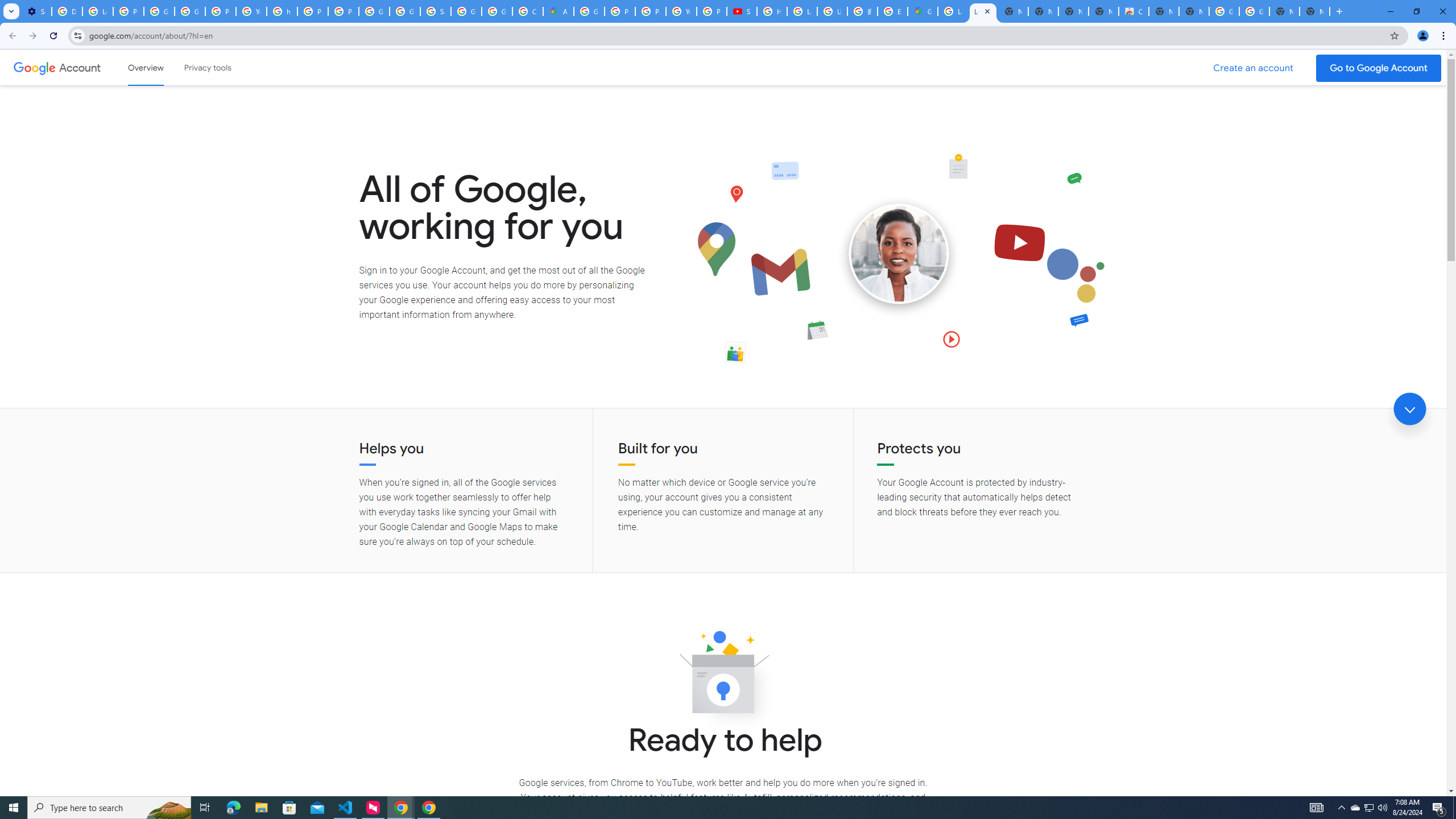  Describe the element at coordinates (1224, 11) in the screenshot. I see `'Google Images'` at that location.